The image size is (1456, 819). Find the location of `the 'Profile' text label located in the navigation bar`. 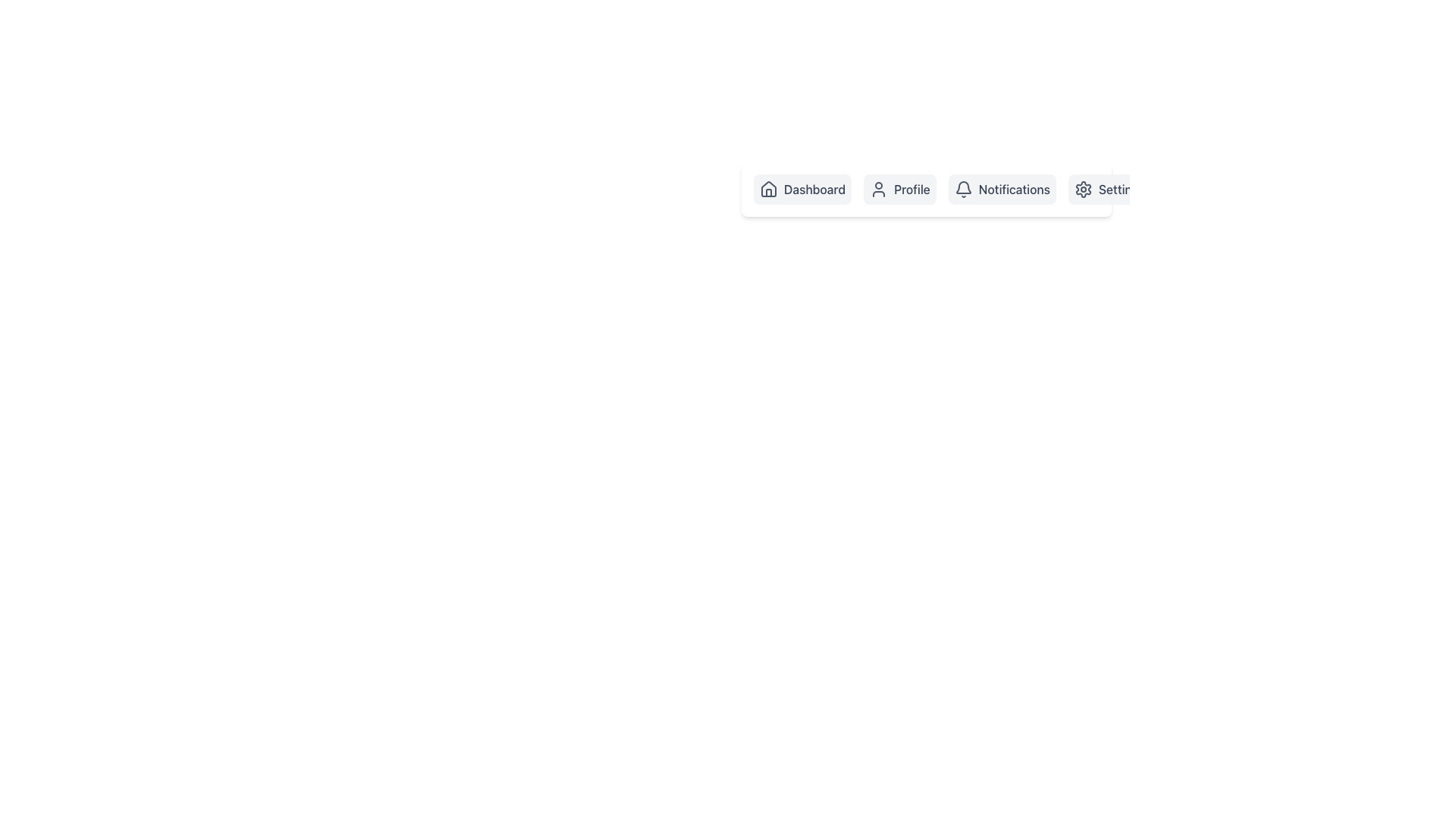

the 'Profile' text label located in the navigation bar is located at coordinates (911, 189).